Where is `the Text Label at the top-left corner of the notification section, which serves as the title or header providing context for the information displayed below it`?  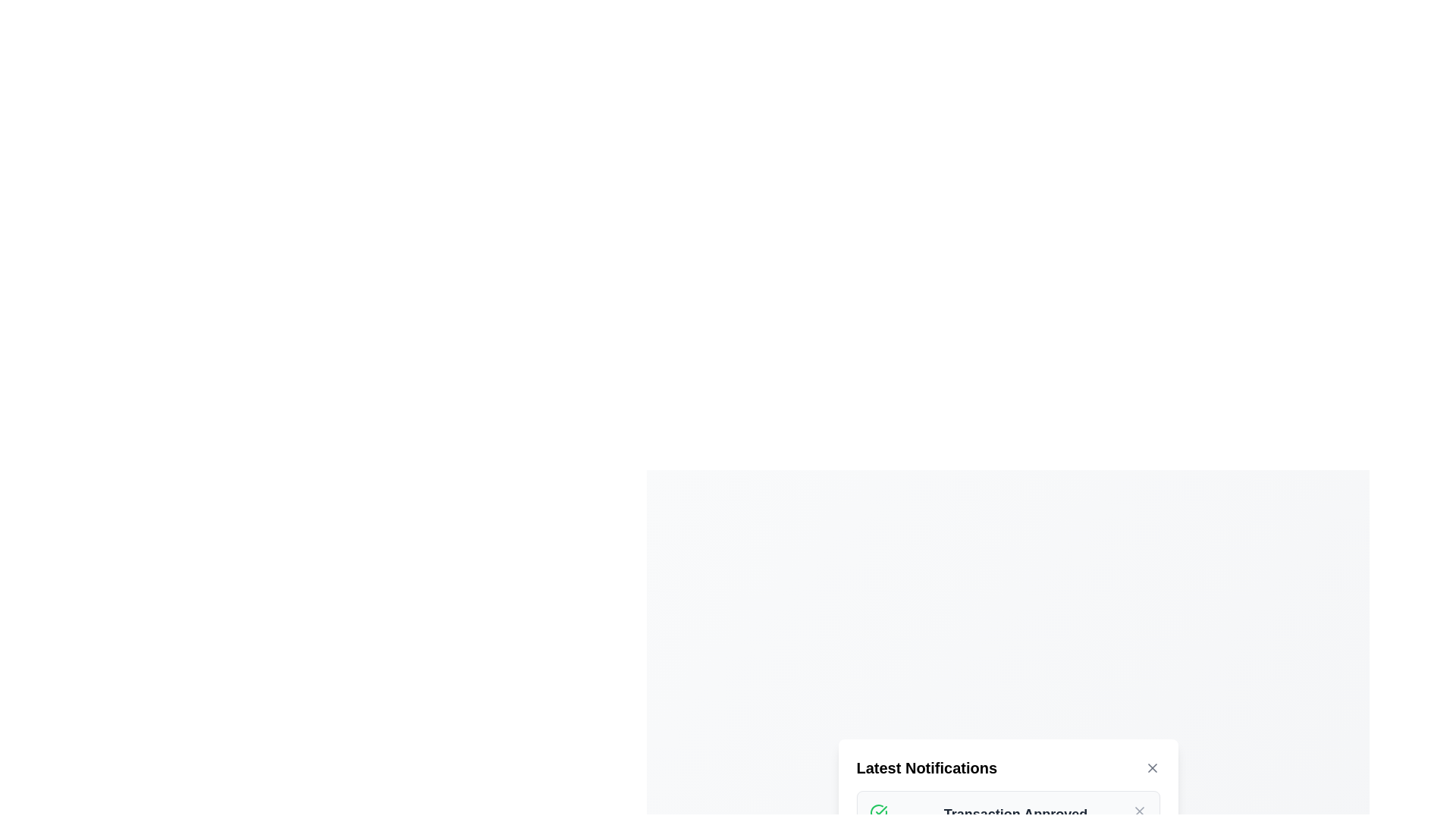
the Text Label at the top-left corner of the notification section, which serves as the title or header providing context for the information displayed below it is located at coordinates (926, 768).